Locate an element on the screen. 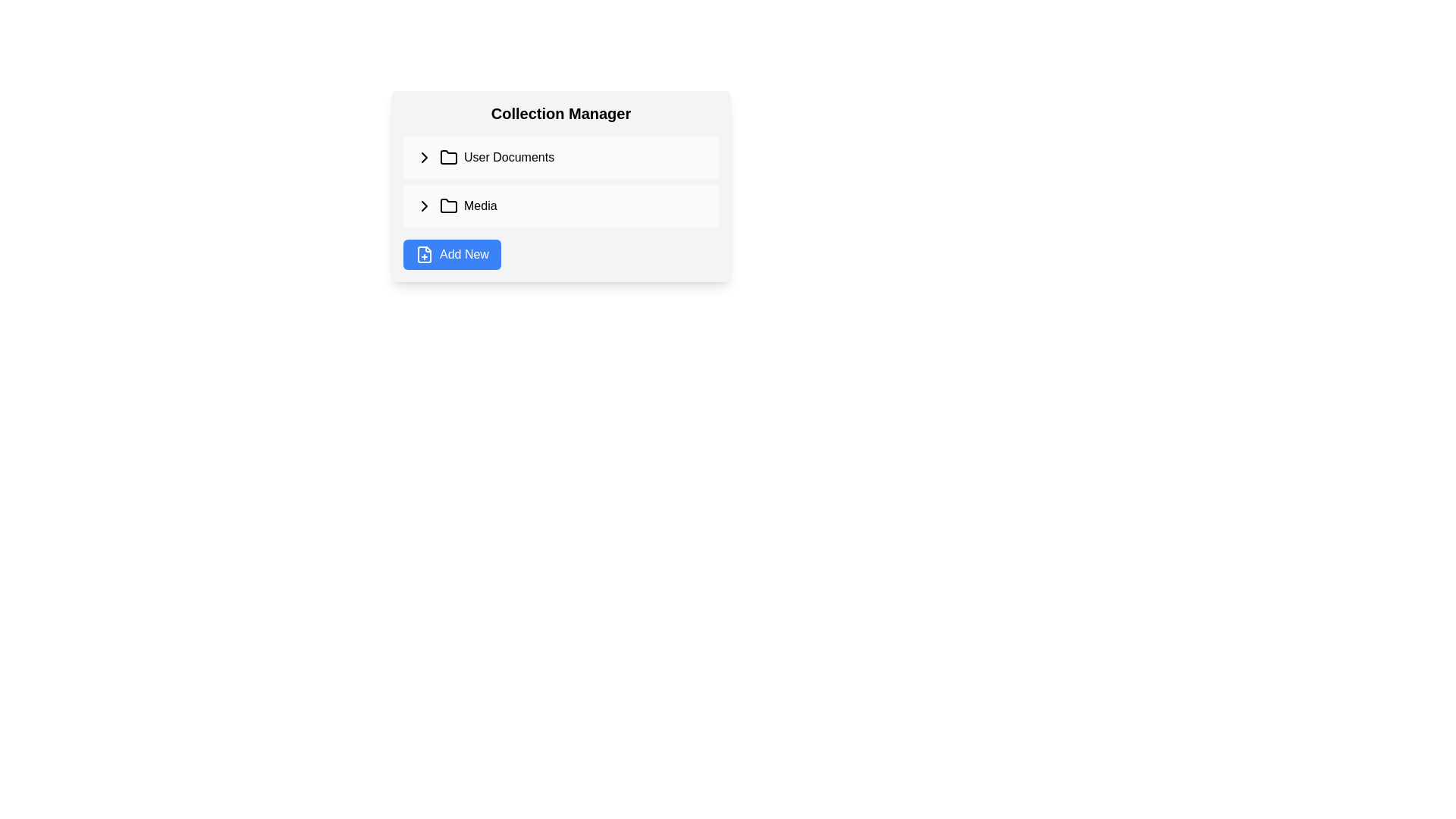  the 'Add New' button, which is a blue rectangular button with white text, located in the bottom-left corner of the 'Collection Manager' interface is located at coordinates (463, 253).